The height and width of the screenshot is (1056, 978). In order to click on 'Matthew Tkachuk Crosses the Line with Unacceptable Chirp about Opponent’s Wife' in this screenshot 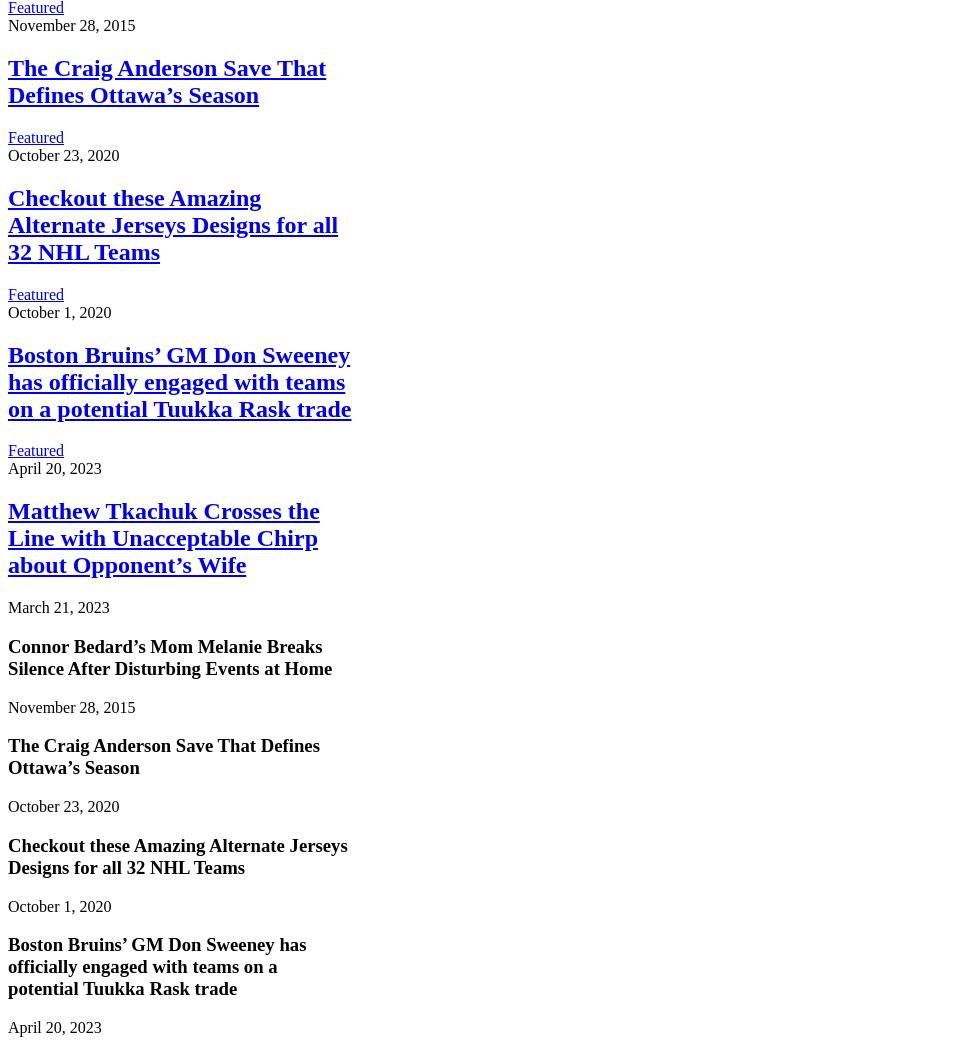, I will do `click(163, 538)`.